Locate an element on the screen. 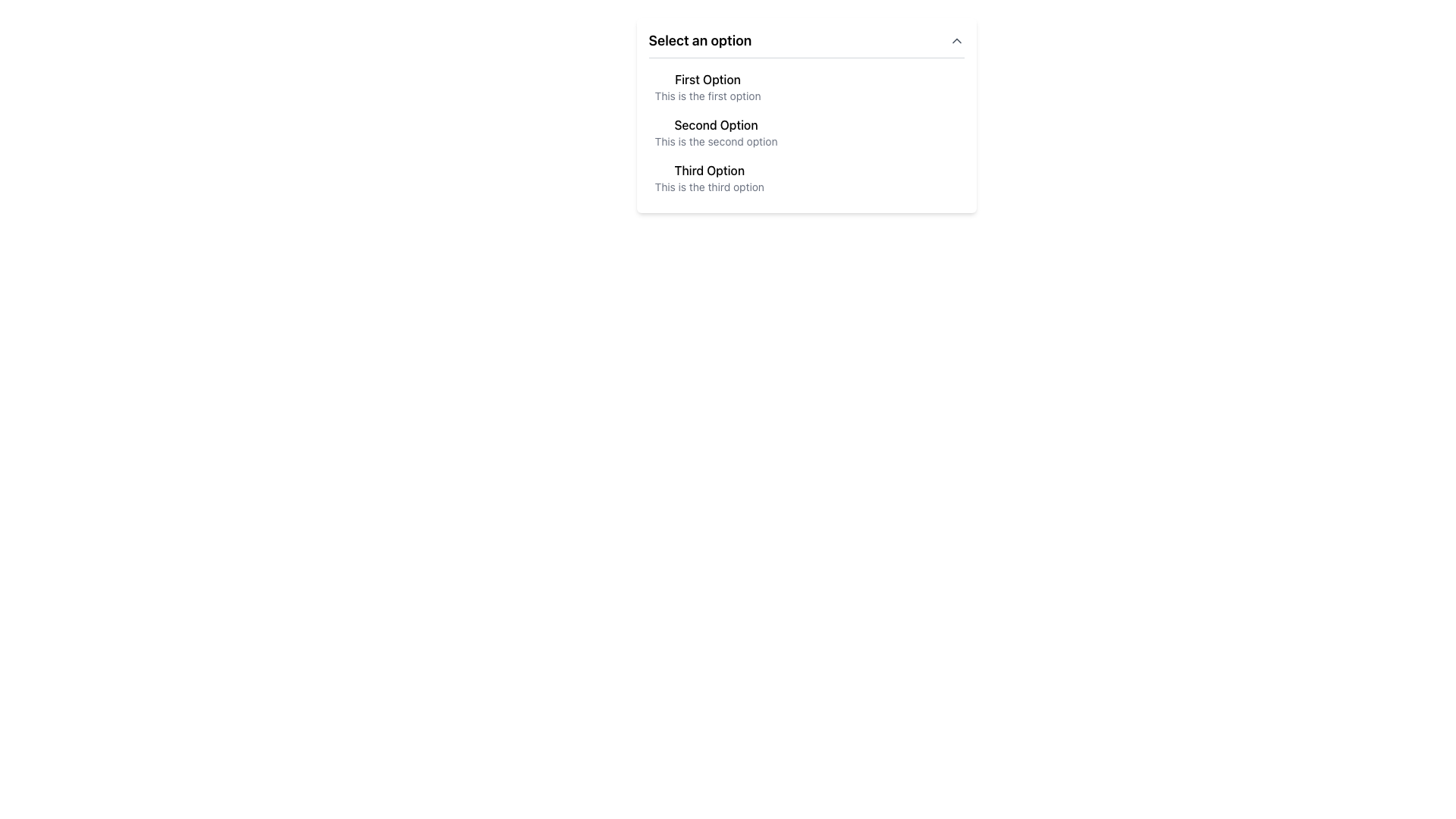 Image resolution: width=1456 pixels, height=819 pixels. the first list item that displays the option title and description is located at coordinates (805, 87).